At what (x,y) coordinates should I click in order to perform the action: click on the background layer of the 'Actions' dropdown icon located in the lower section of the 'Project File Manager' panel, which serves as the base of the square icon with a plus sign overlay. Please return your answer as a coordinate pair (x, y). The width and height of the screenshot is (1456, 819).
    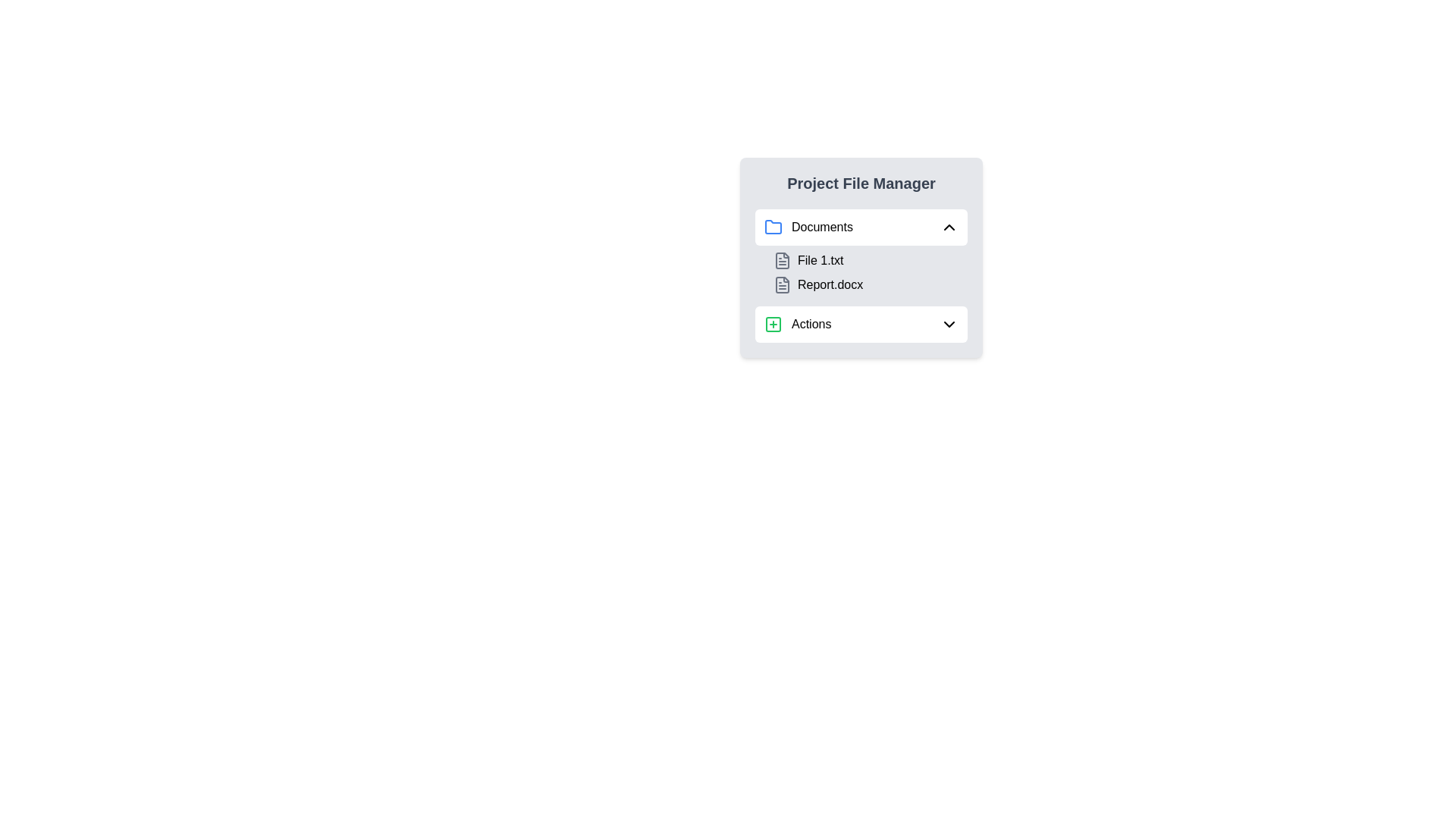
    Looking at the image, I should click on (773, 324).